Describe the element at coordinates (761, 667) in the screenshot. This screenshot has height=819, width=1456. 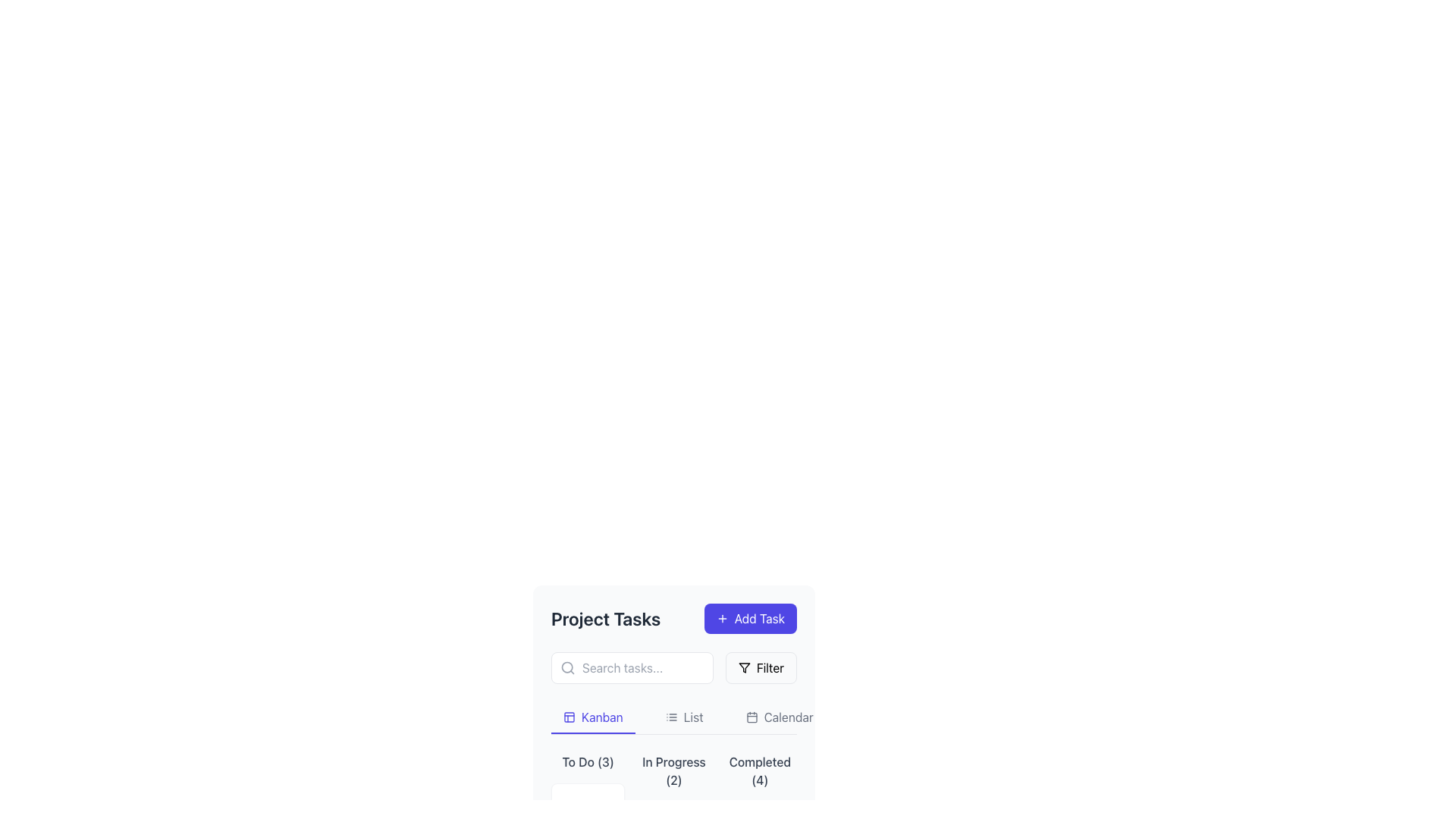
I see `the filter button located in the upper-right section of the layout` at that location.